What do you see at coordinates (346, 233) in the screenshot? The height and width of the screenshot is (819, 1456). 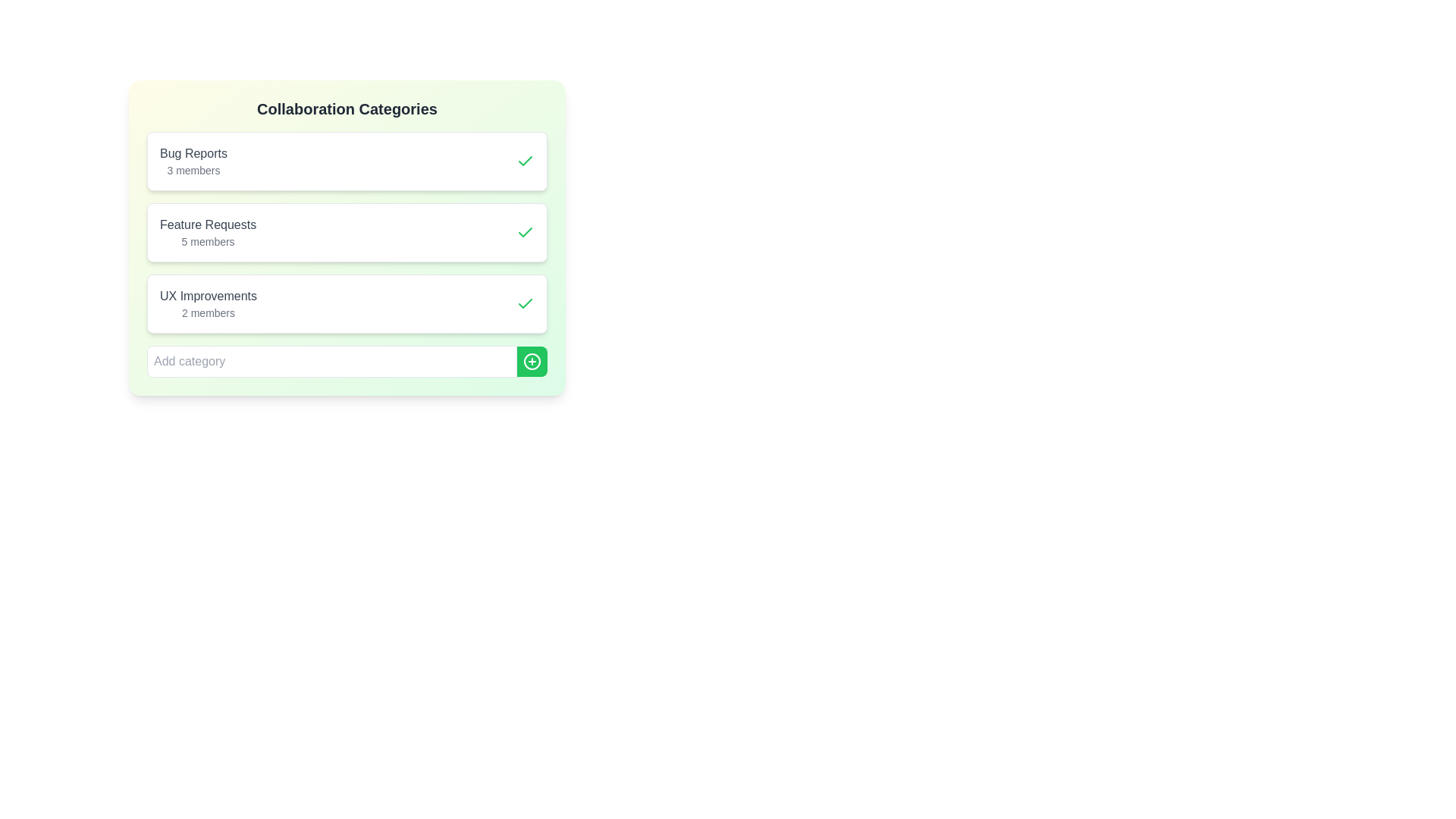 I see `the category Feature Requests to observe visual feedback` at bounding box center [346, 233].